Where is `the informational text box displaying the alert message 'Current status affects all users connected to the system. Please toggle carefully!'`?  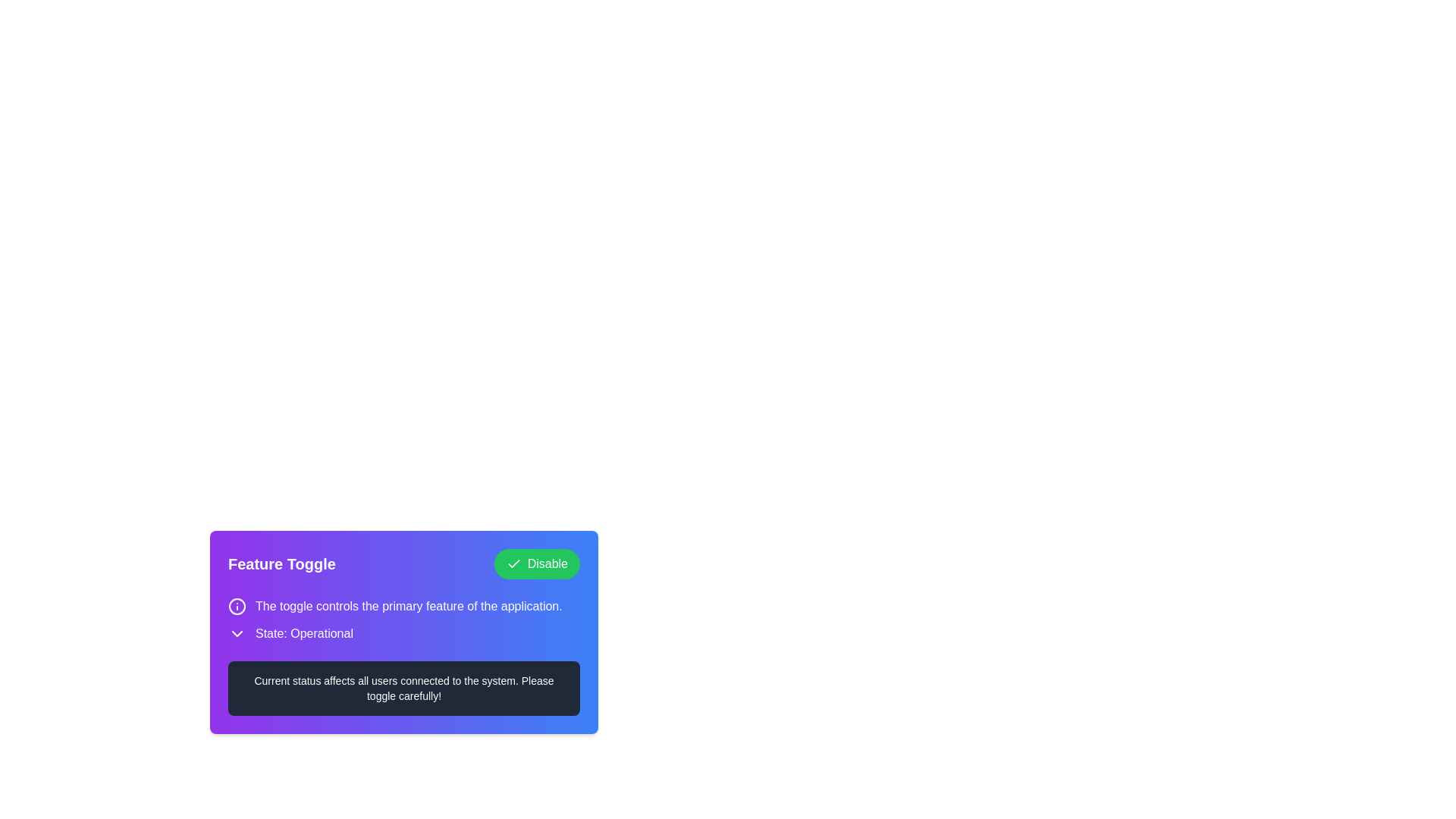
the informational text box displaying the alert message 'Current status affects all users connected to the system. Please toggle carefully!' is located at coordinates (403, 688).